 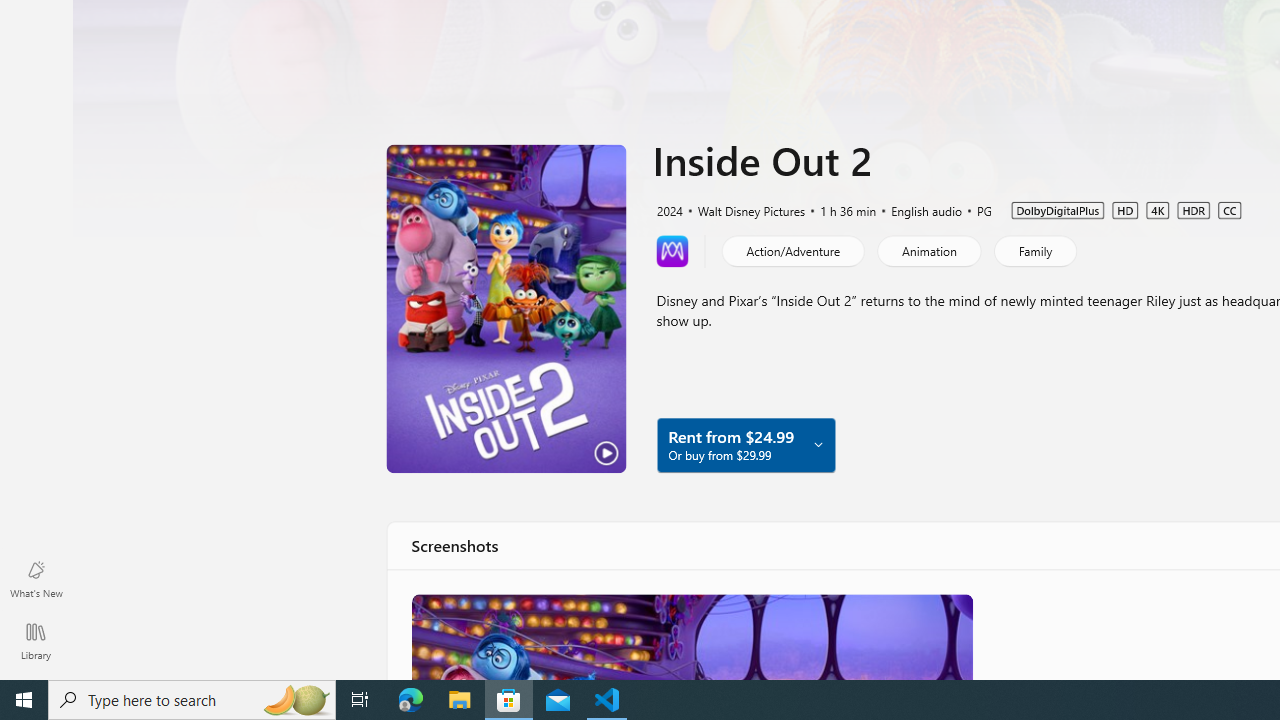 What do you see at coordinates (506, 308) in the screenshot?
I see `'Play Trailer'` at bounding box center [506, 308].